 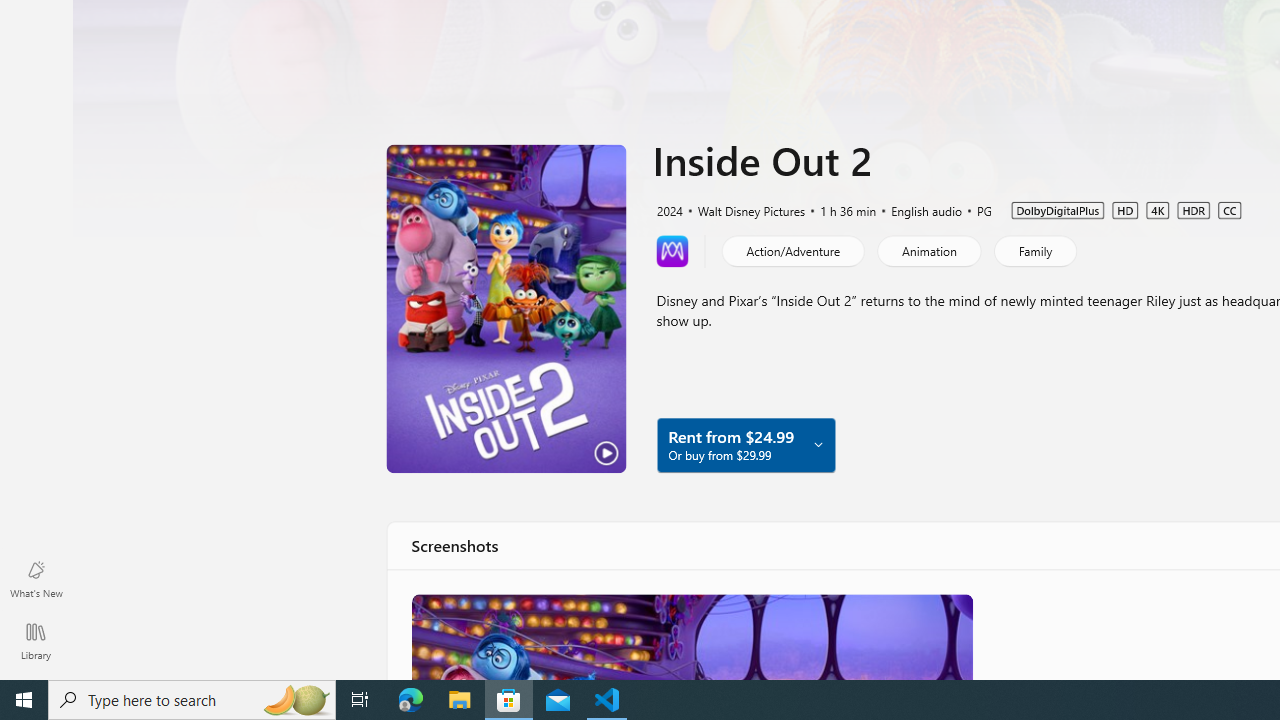 What do you see at coordinates (506, 308) in the screenshot?
I see `'Play Trailer'` at bounding box center [506, 308].